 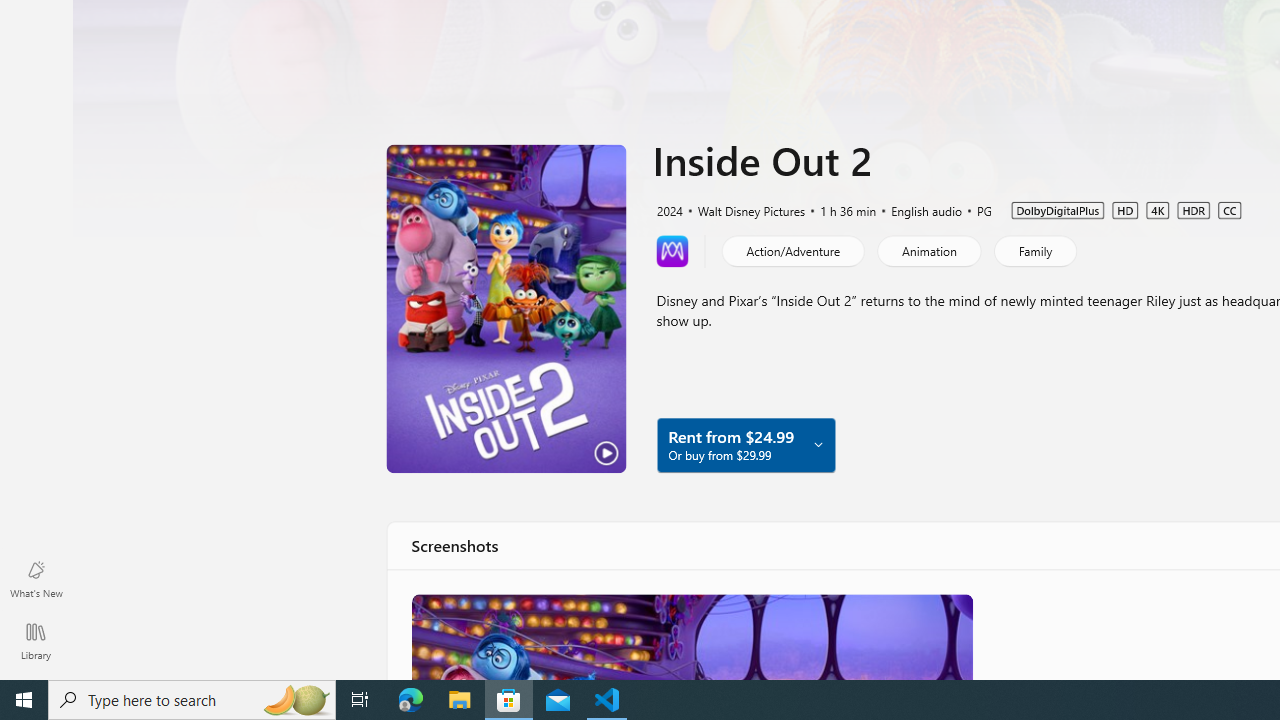 What do you see at coordinates (506, 308) in the screenshot?
I see `'Play Trailer'` at bounding box center [506, 308].